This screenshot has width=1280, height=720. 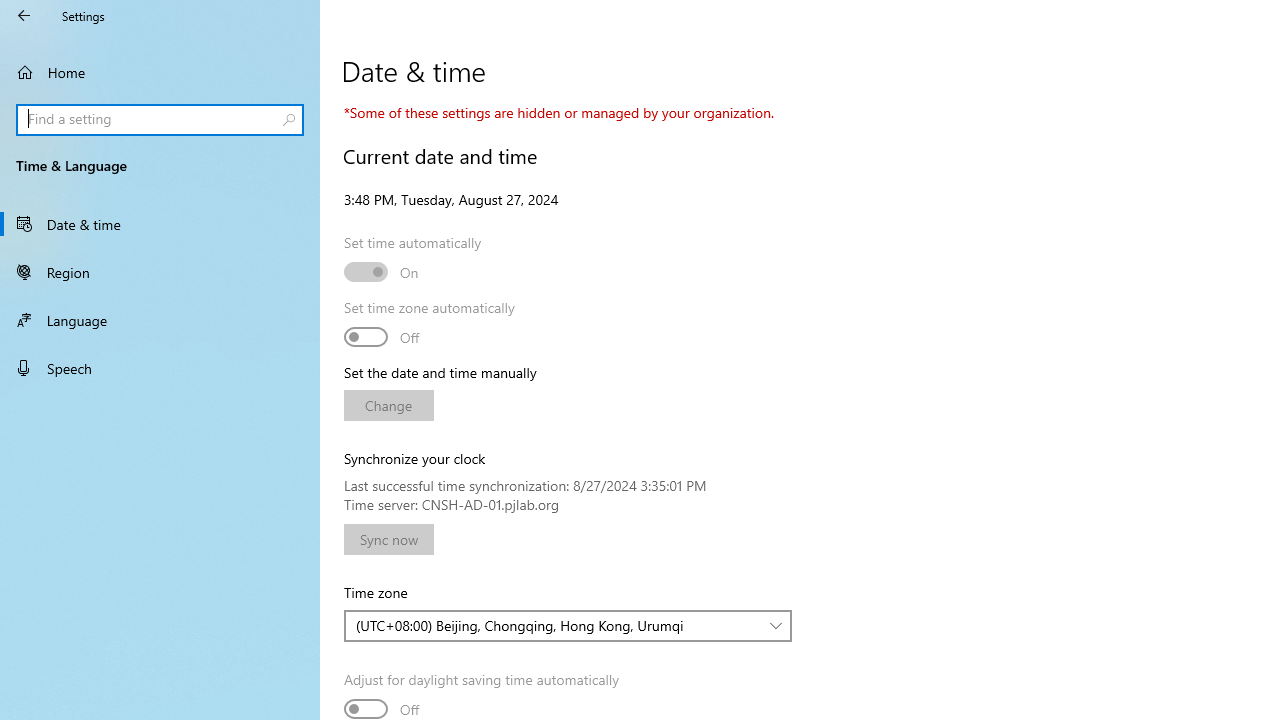 I want to click on 'Set the date and time manually', so click(x=389, y=405).